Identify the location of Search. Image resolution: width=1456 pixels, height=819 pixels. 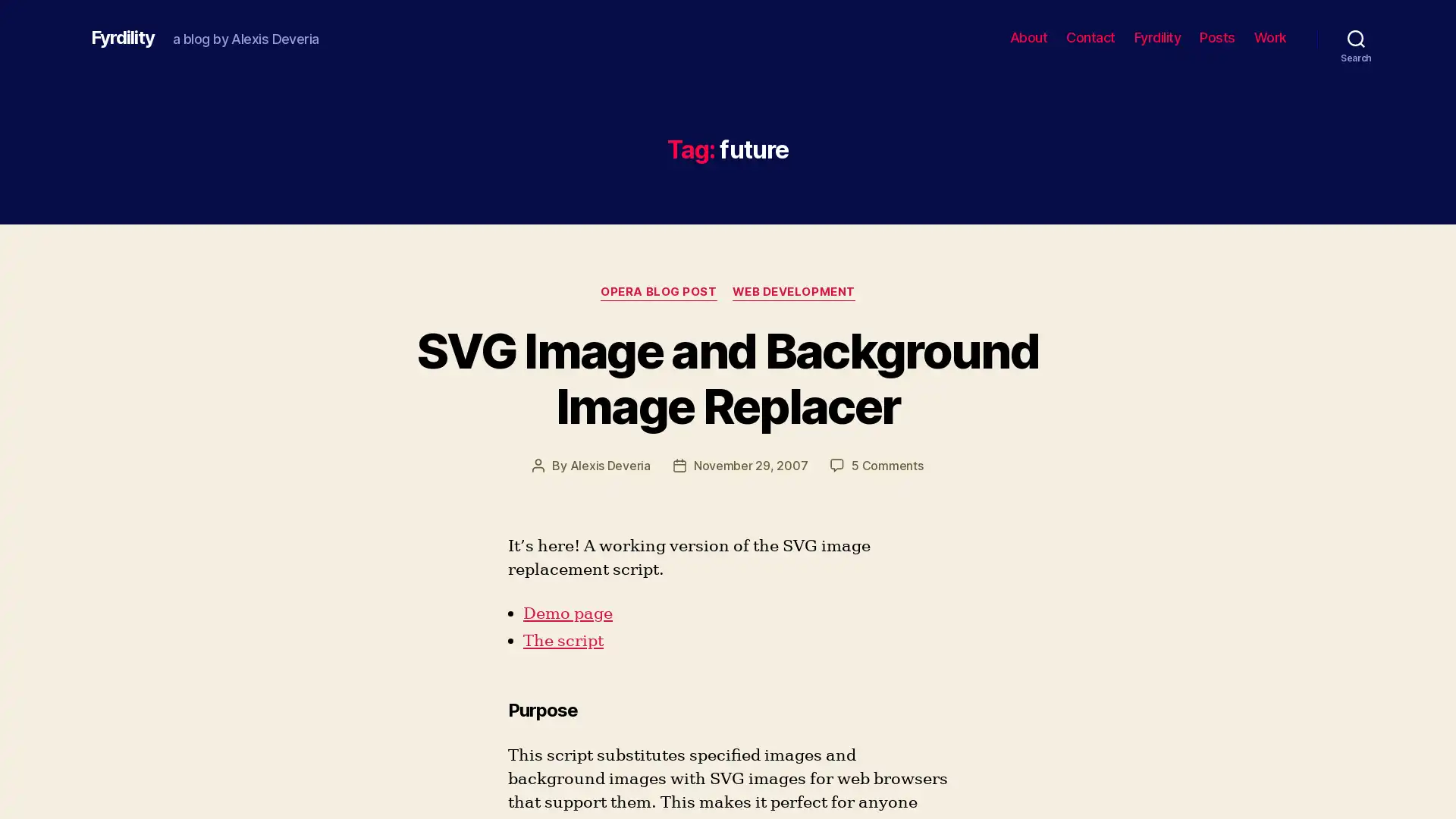
(1356, 37).